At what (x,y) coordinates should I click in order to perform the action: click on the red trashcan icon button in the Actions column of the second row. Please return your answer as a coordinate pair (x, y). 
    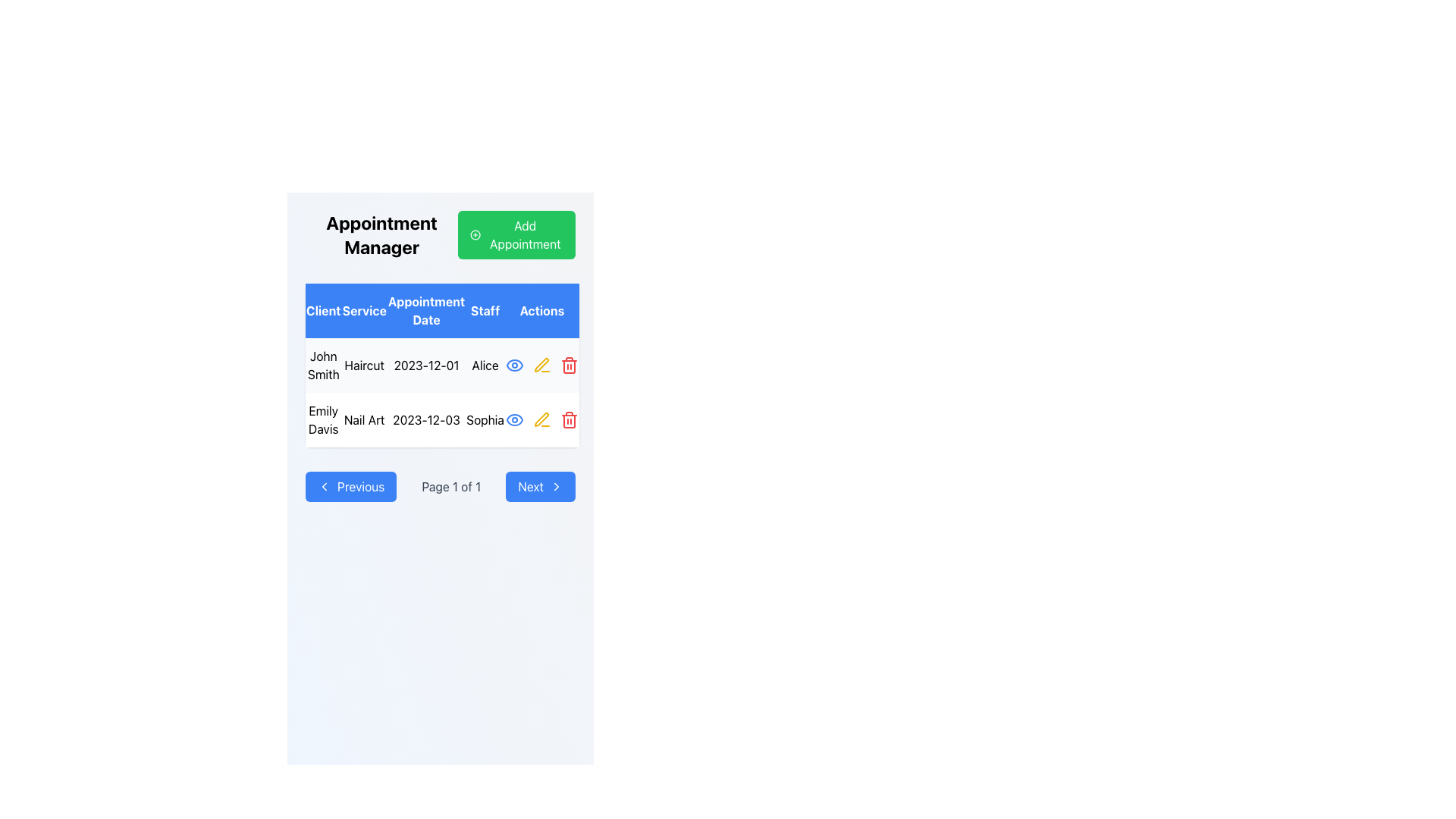
    Looking at the image, I should click on (568, 420).